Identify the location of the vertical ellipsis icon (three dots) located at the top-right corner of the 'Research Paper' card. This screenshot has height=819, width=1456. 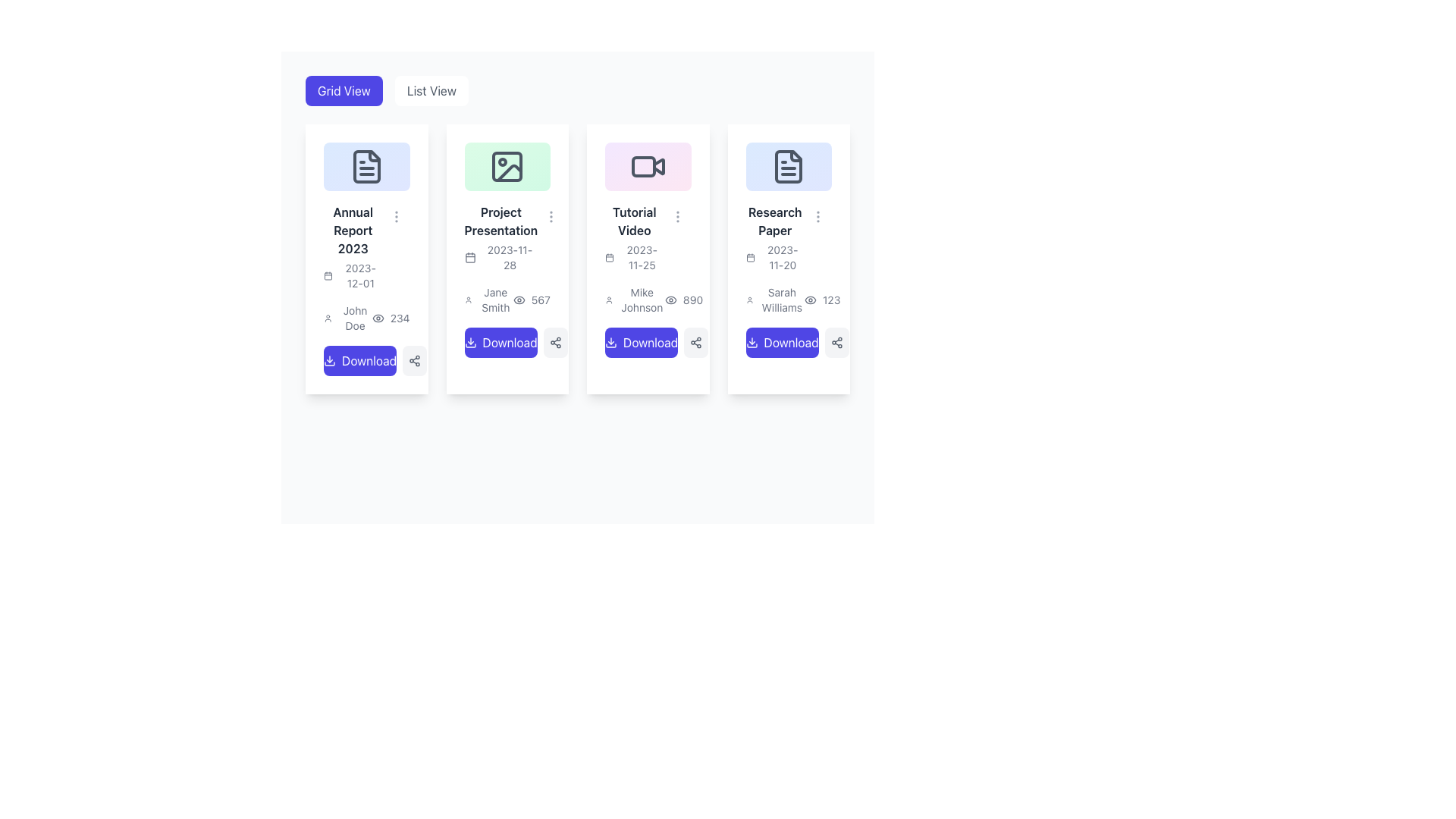
(817, 216).